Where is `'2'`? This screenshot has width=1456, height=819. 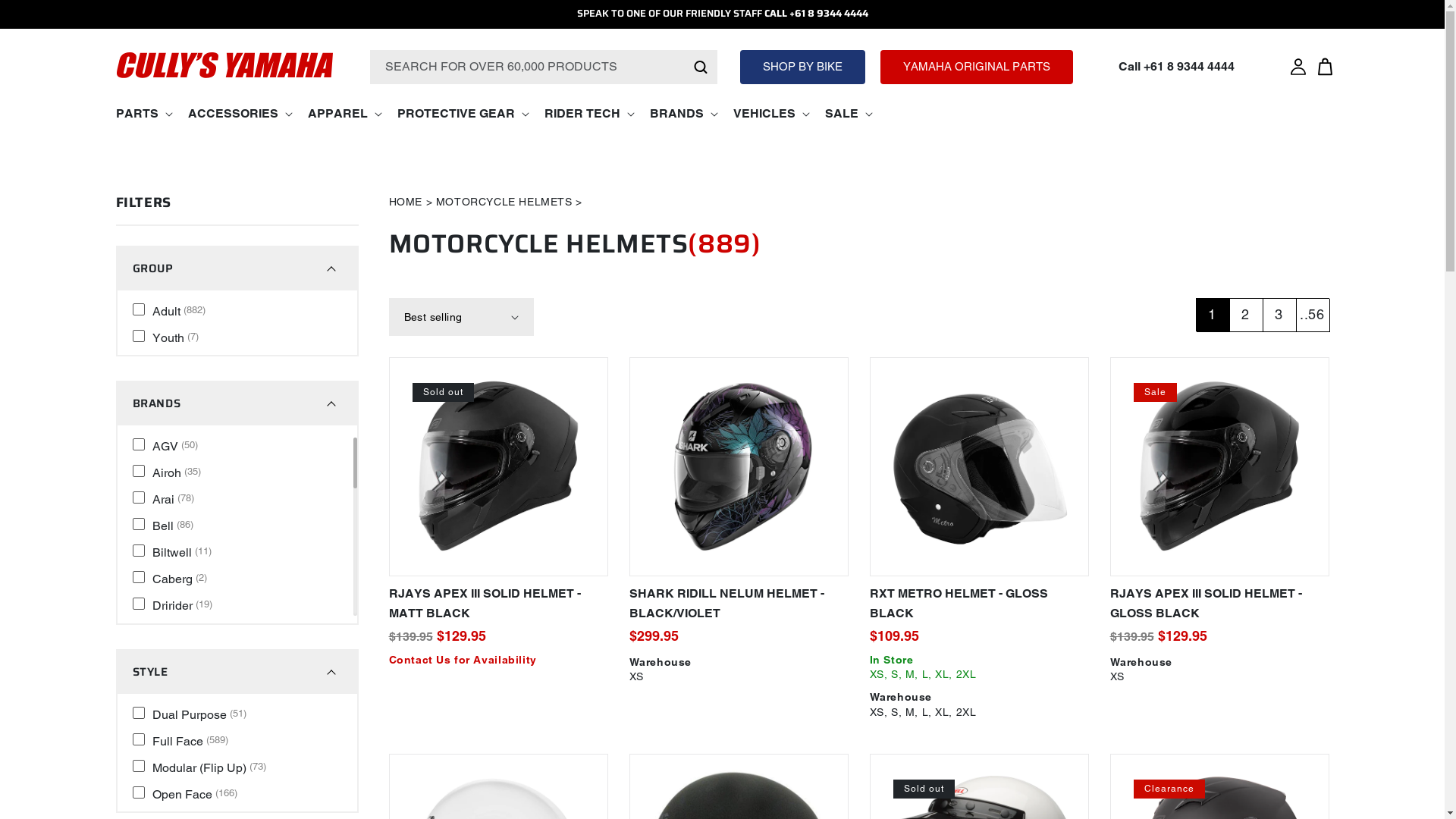
'2' is located at coordinates (1244, 314).